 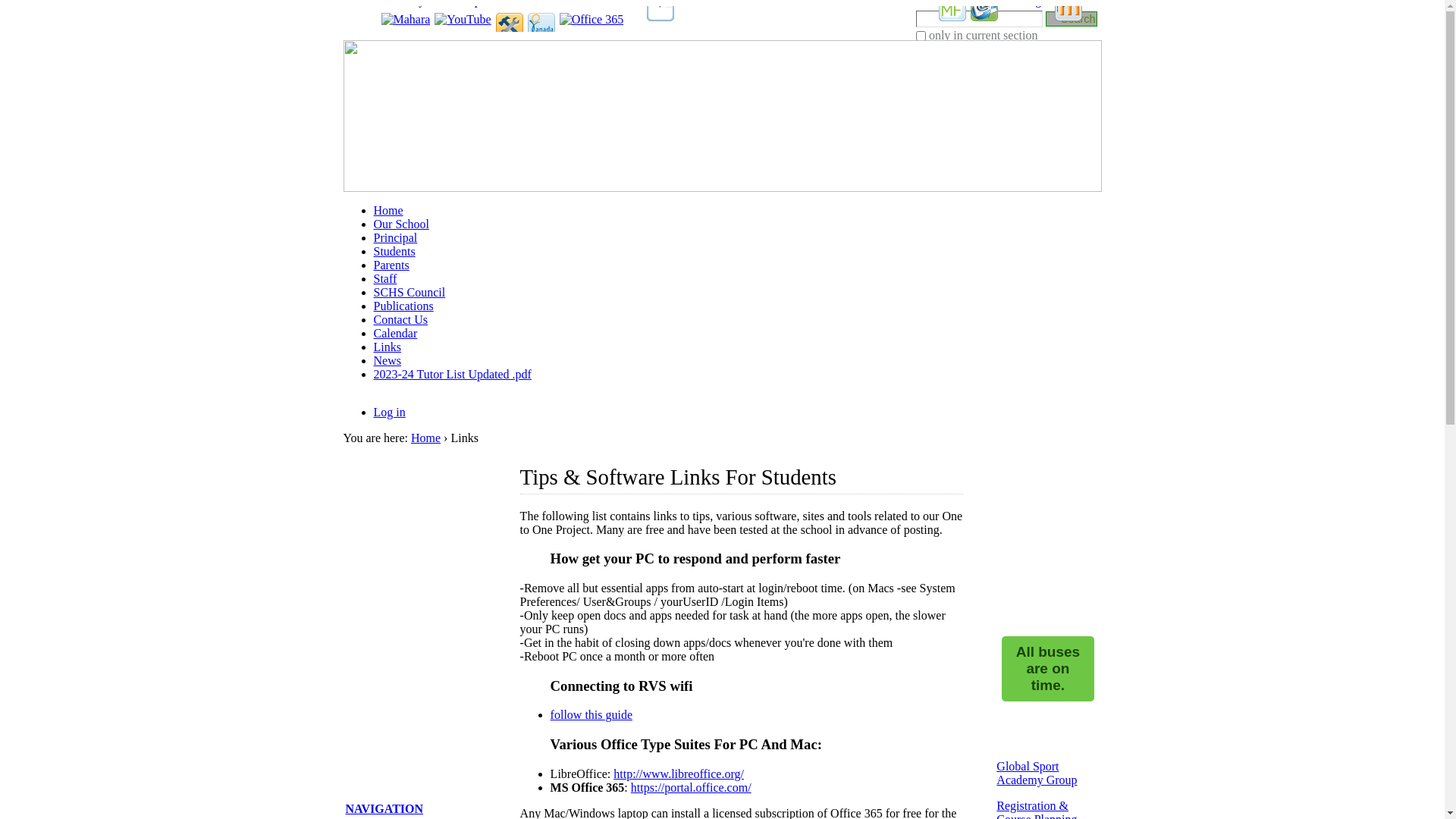 I want to click on 'follow this guide', so click(x=590, y=714).